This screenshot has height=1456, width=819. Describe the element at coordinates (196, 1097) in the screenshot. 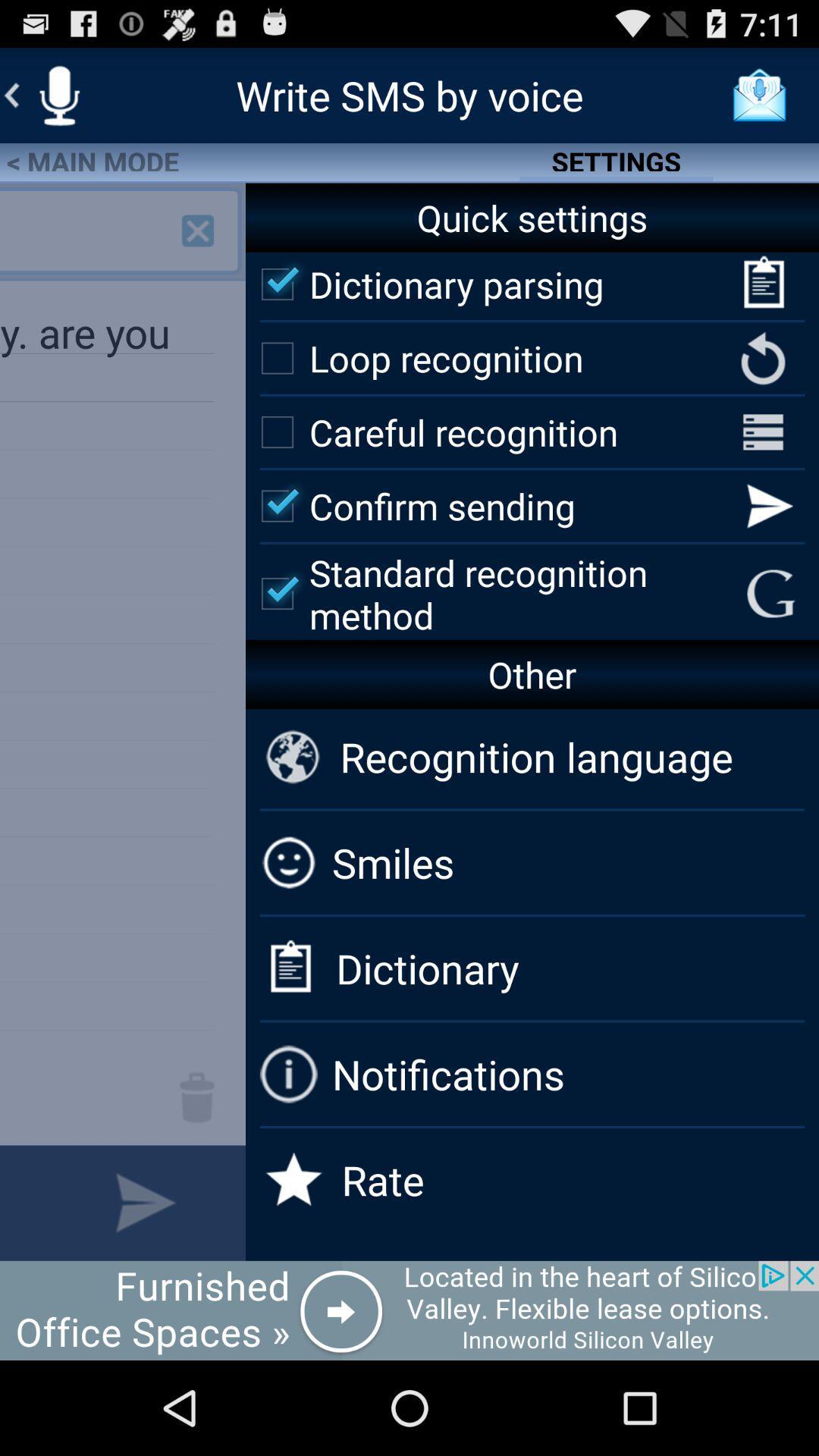

I see `send to trash` at that location.